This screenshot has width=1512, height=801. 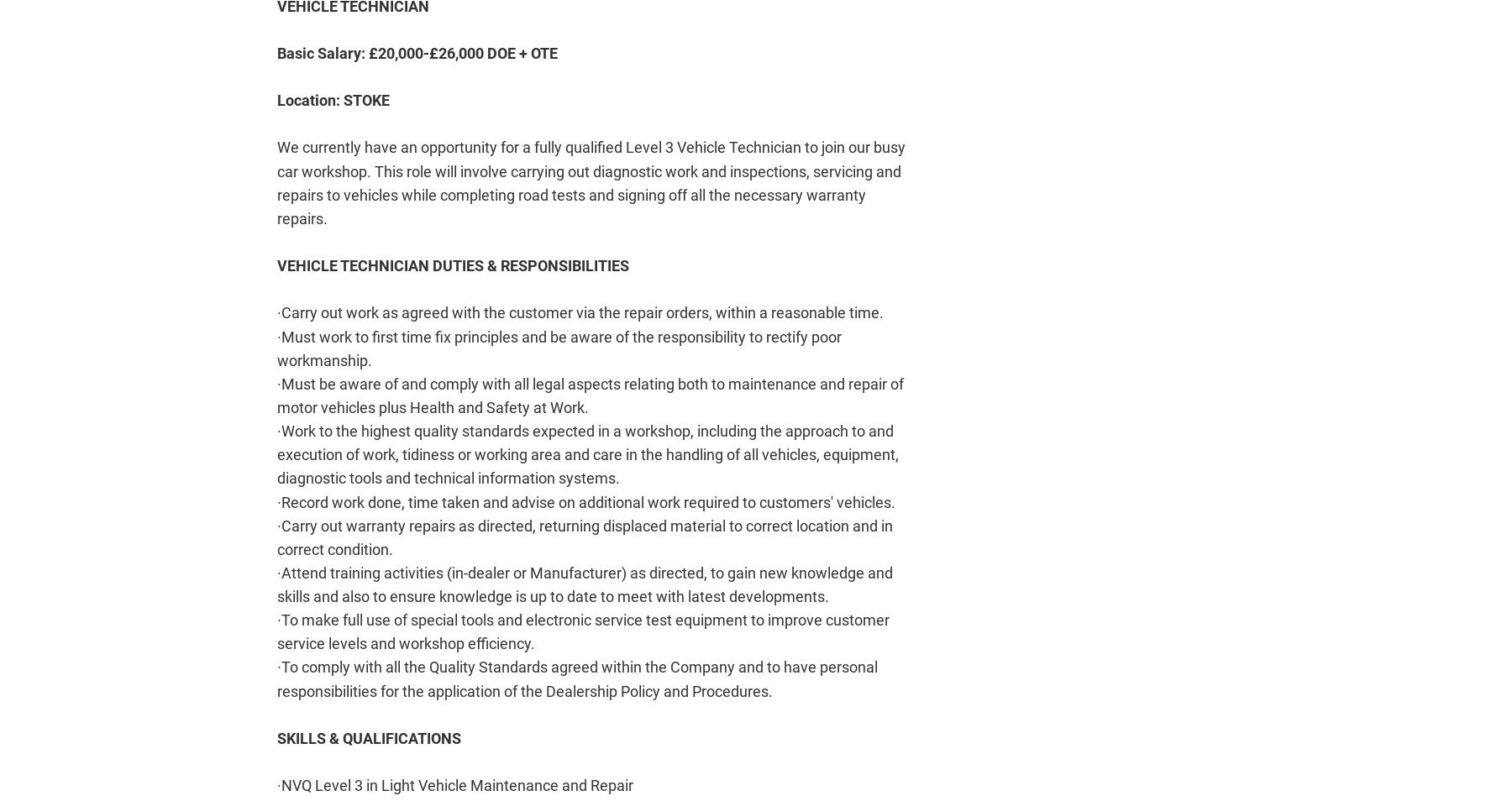 What do you see at coordinates (454, 785) in the screenshot?
I see `'·NVQ Level 3 in Light Vehicle Maintenance and Repair'` at bounding box center [454, 785].